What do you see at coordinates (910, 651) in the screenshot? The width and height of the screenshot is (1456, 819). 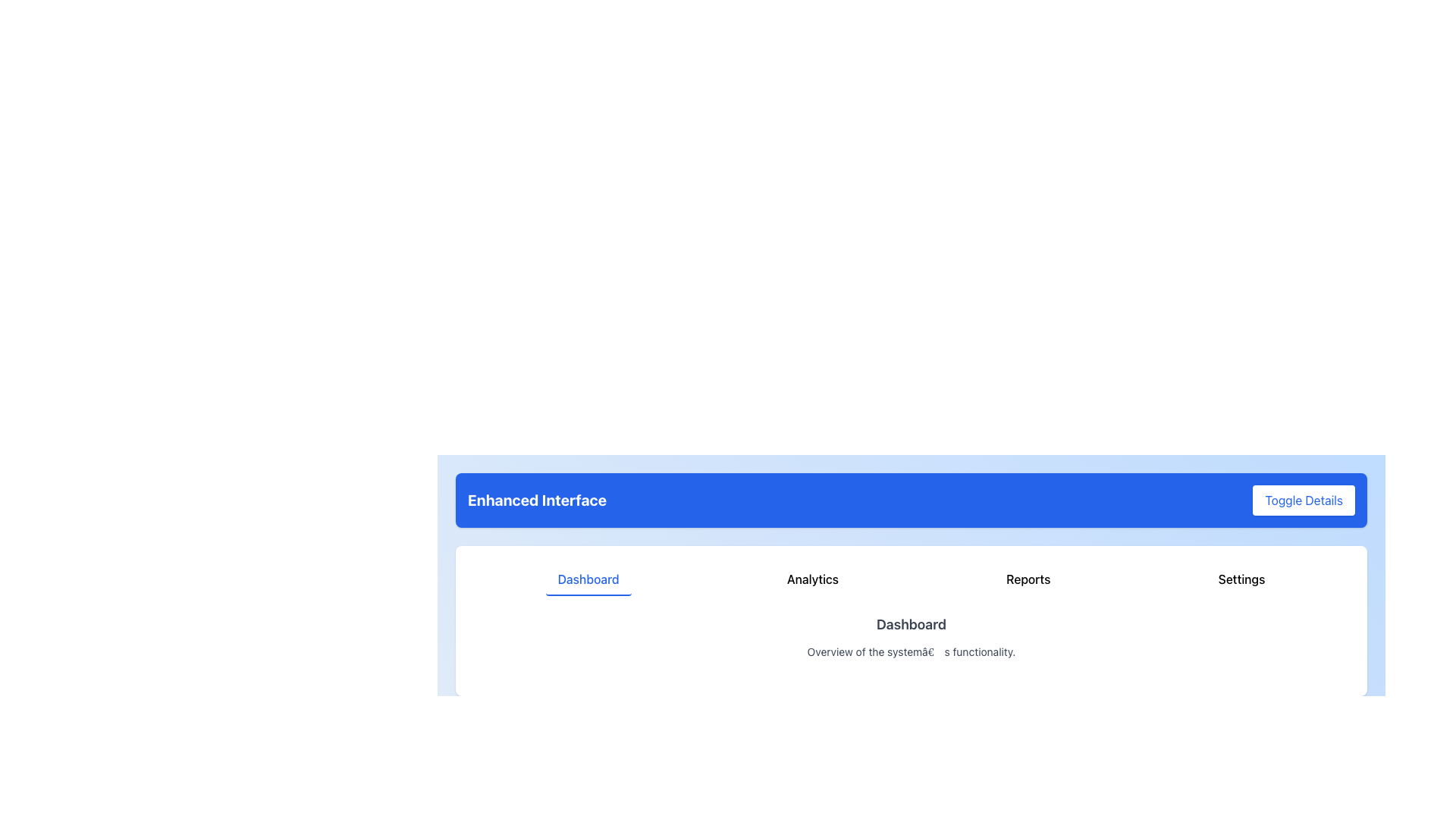 I see `the text label that reads 'Overview of the system’s functionality.' which is styled in gray and positioned below the 'Dashboard' heading` at bounding box center [910, 651].